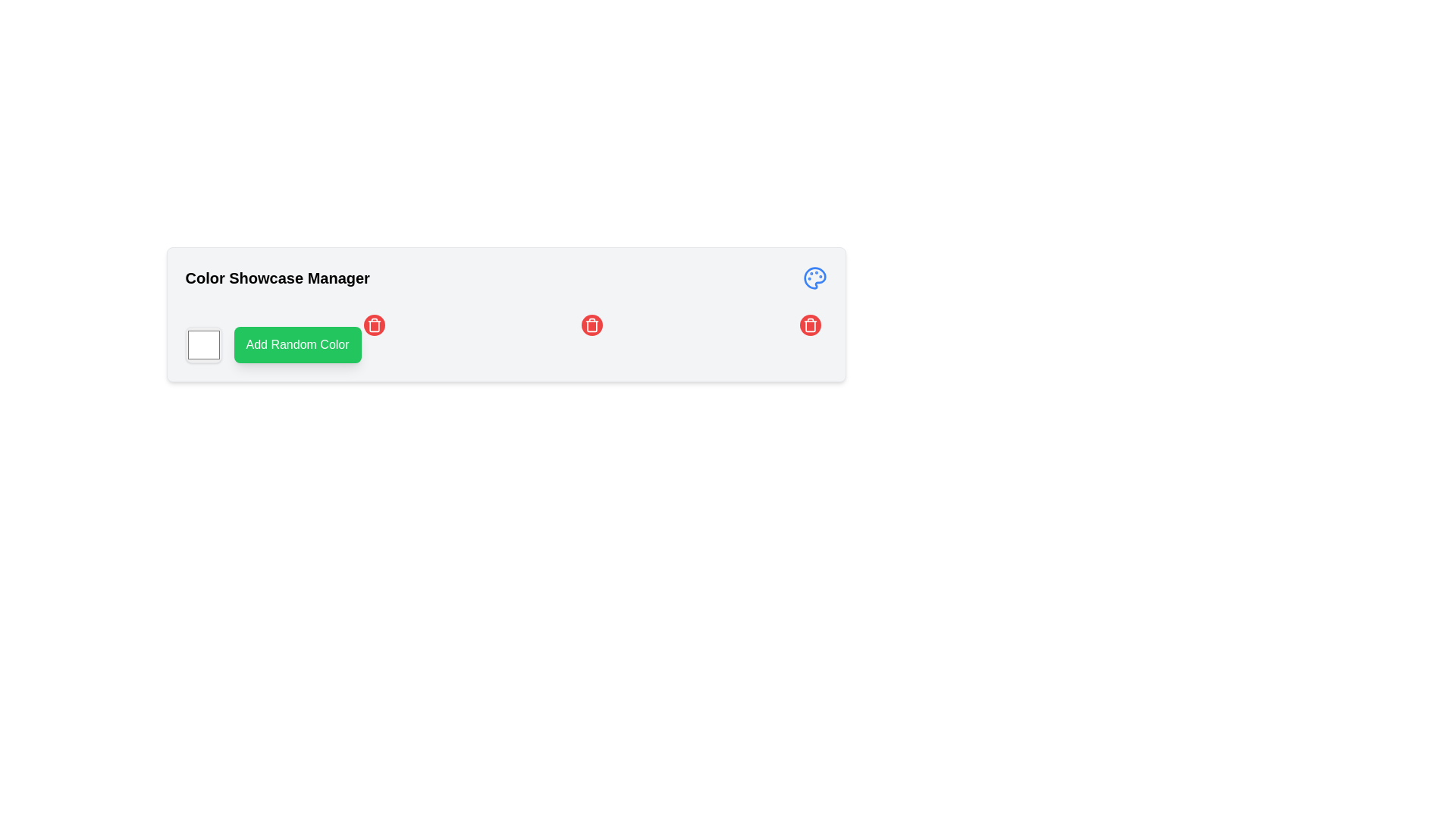  What do you see at coordinates (202, 345) in the screenshot?
I see `the color selection or display box, which is the leftmost item in a row` at bounding box center [202, 345].